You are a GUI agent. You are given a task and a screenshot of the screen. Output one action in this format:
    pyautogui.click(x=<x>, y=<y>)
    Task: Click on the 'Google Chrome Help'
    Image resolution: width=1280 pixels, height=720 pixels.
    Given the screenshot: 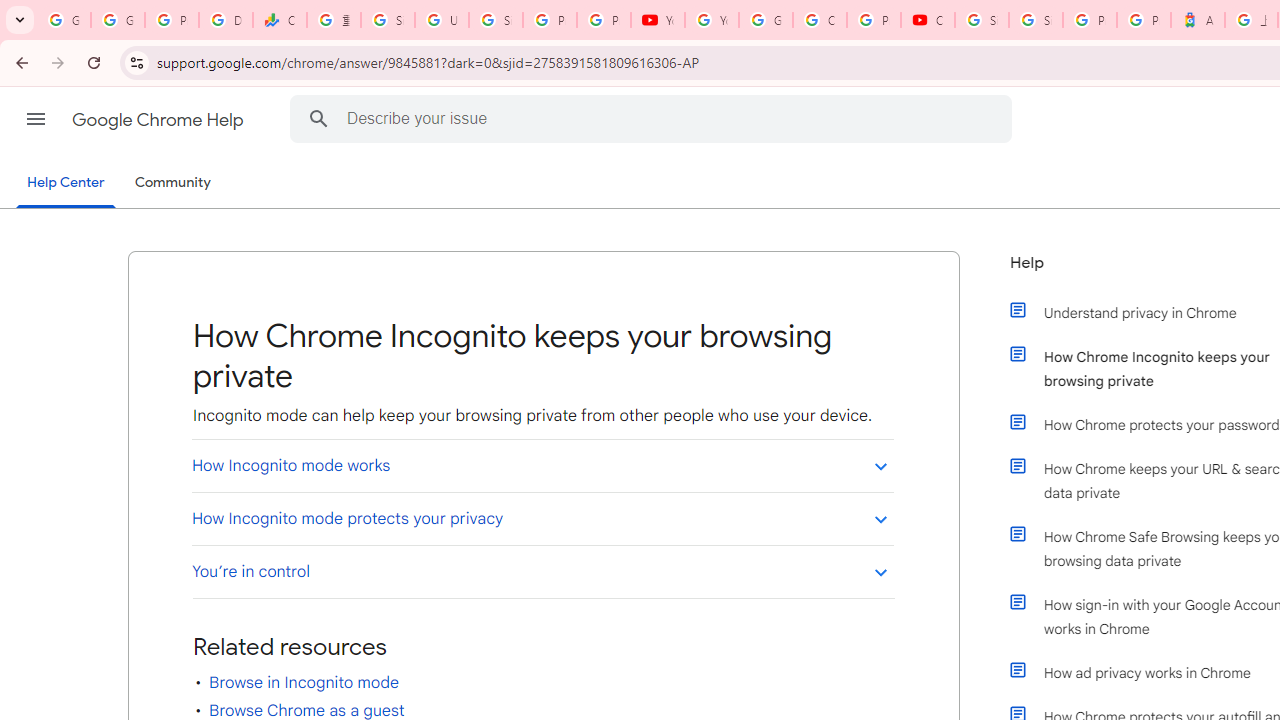 What is the action you would take?
    pyautogui.click(x=160, y=119)
    